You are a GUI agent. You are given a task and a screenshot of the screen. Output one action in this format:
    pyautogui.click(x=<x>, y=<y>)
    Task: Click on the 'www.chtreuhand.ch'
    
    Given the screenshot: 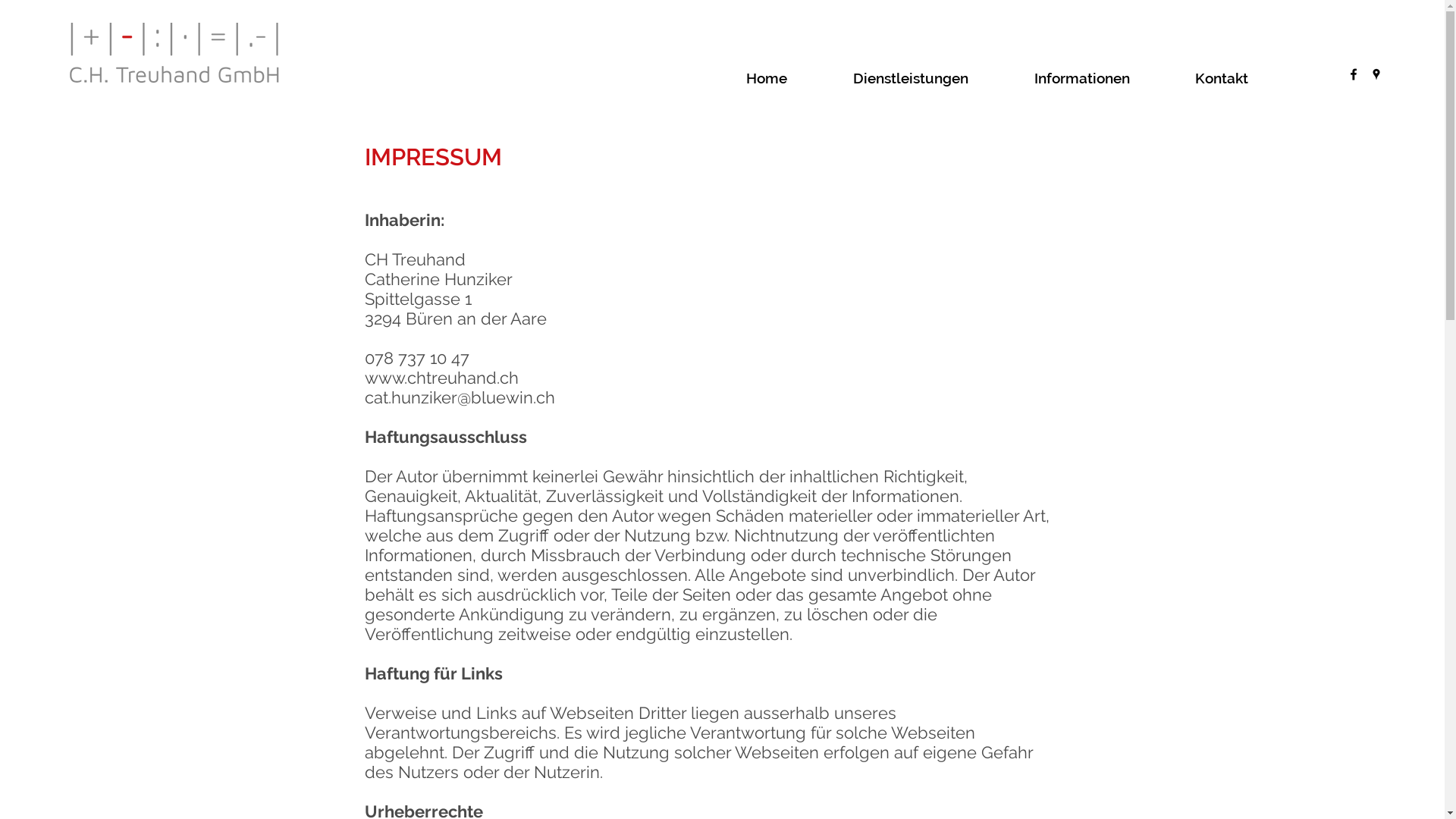 What is the action you would take?
    pyautogui.click(x=440, y=376)
    